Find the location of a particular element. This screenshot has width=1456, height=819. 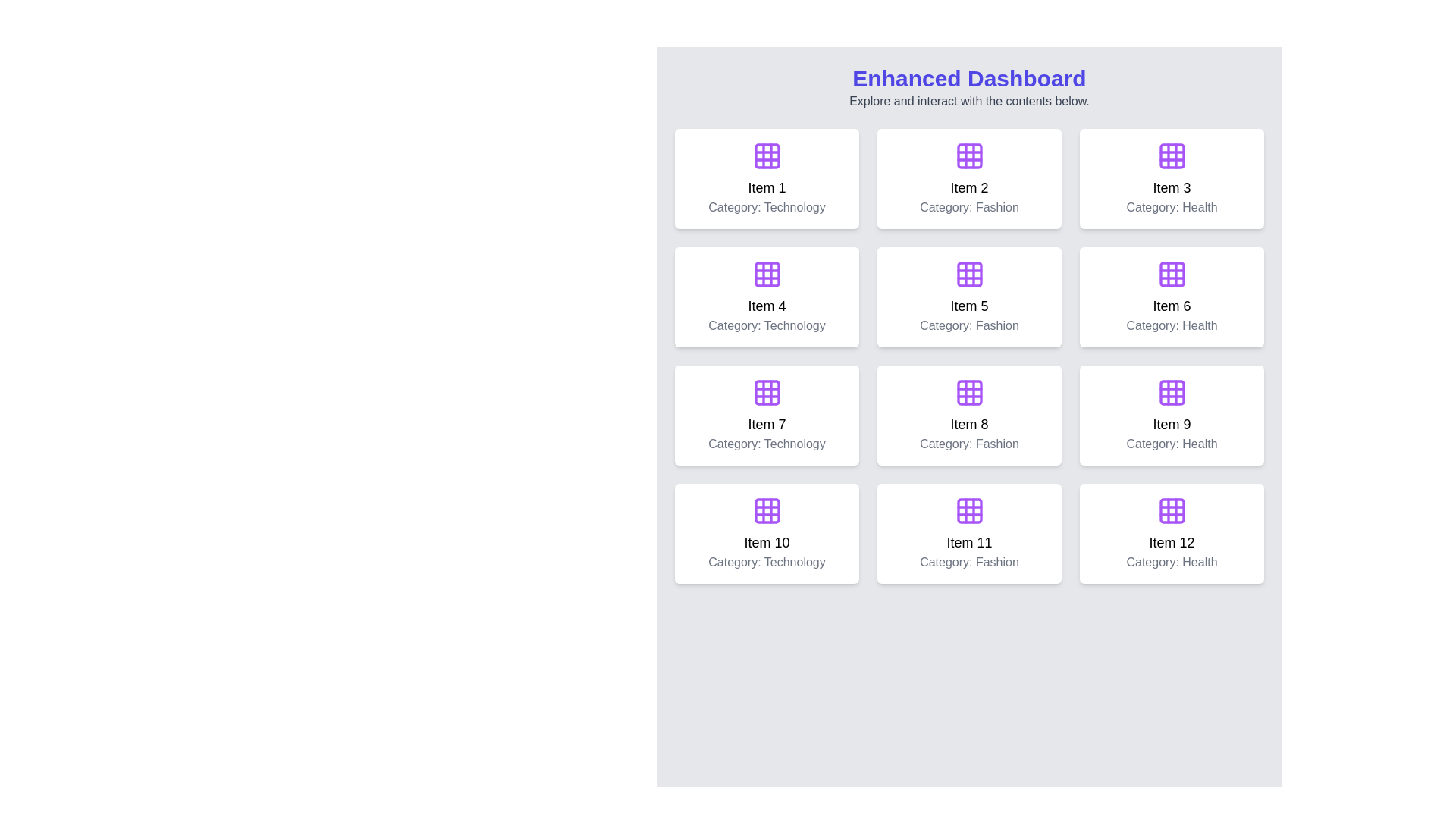

the static text displaying 'Explore and interact with the contents below.' located below the 'Enhanced Dashboard' heading is located at coordinates (968, 102).